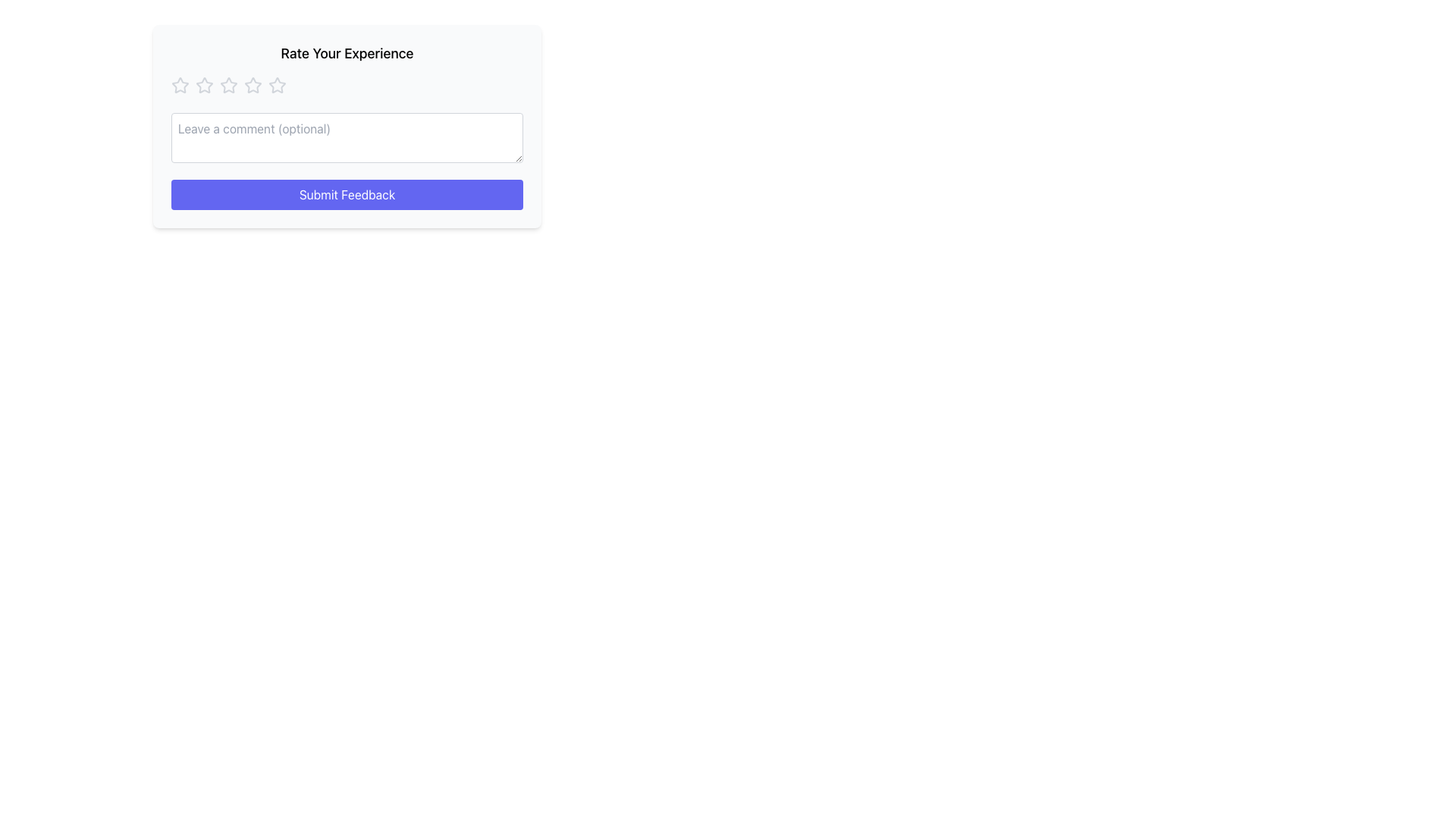 The width and height of the screenshot is (1456, 819). I want to click on the first star icon, which is styled with a gray outline and intended to change its color to yellow when hovered over, to rate it, so click(180, 85).